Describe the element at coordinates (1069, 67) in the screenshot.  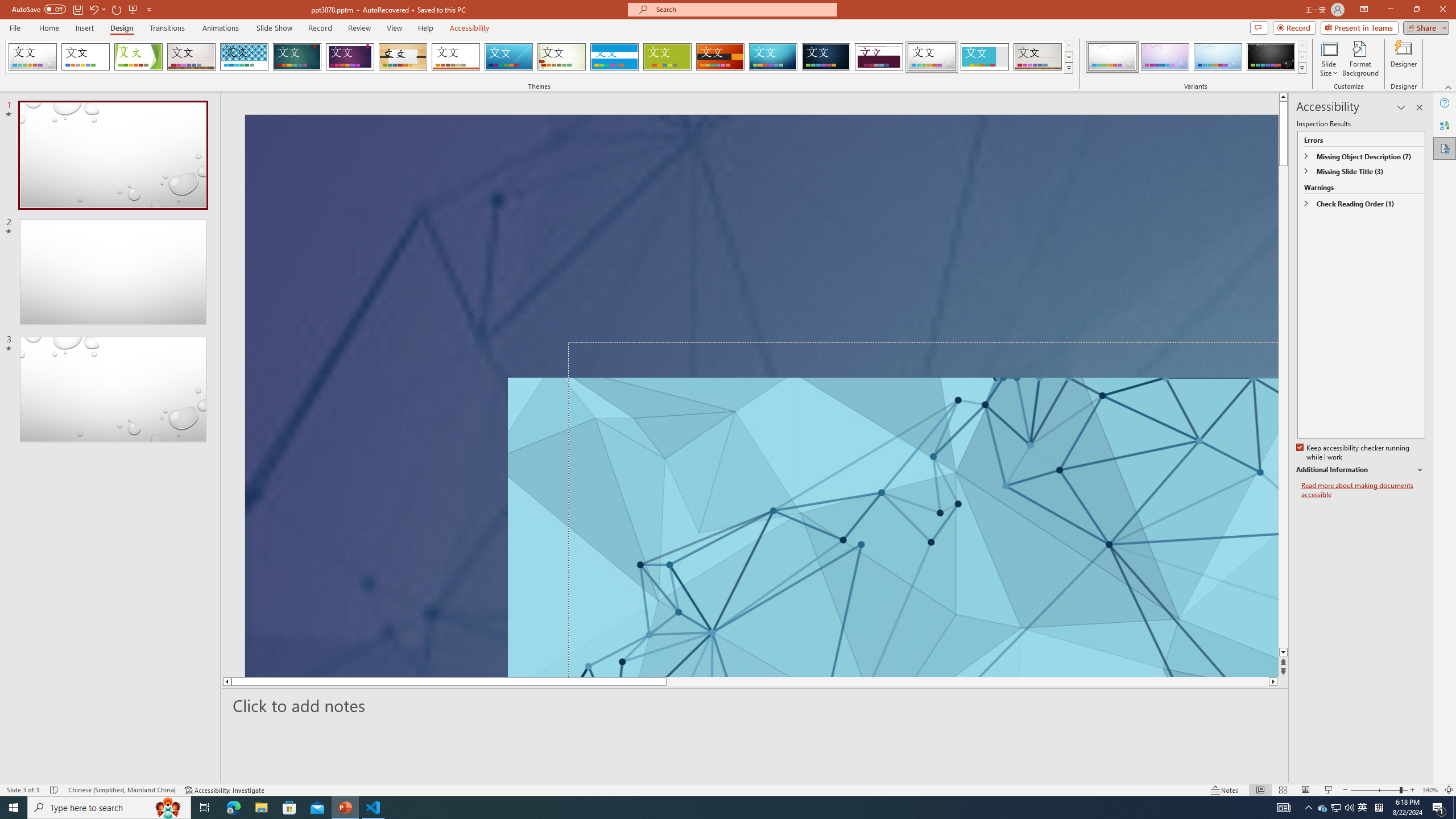
I see `'Themes'` at that location.